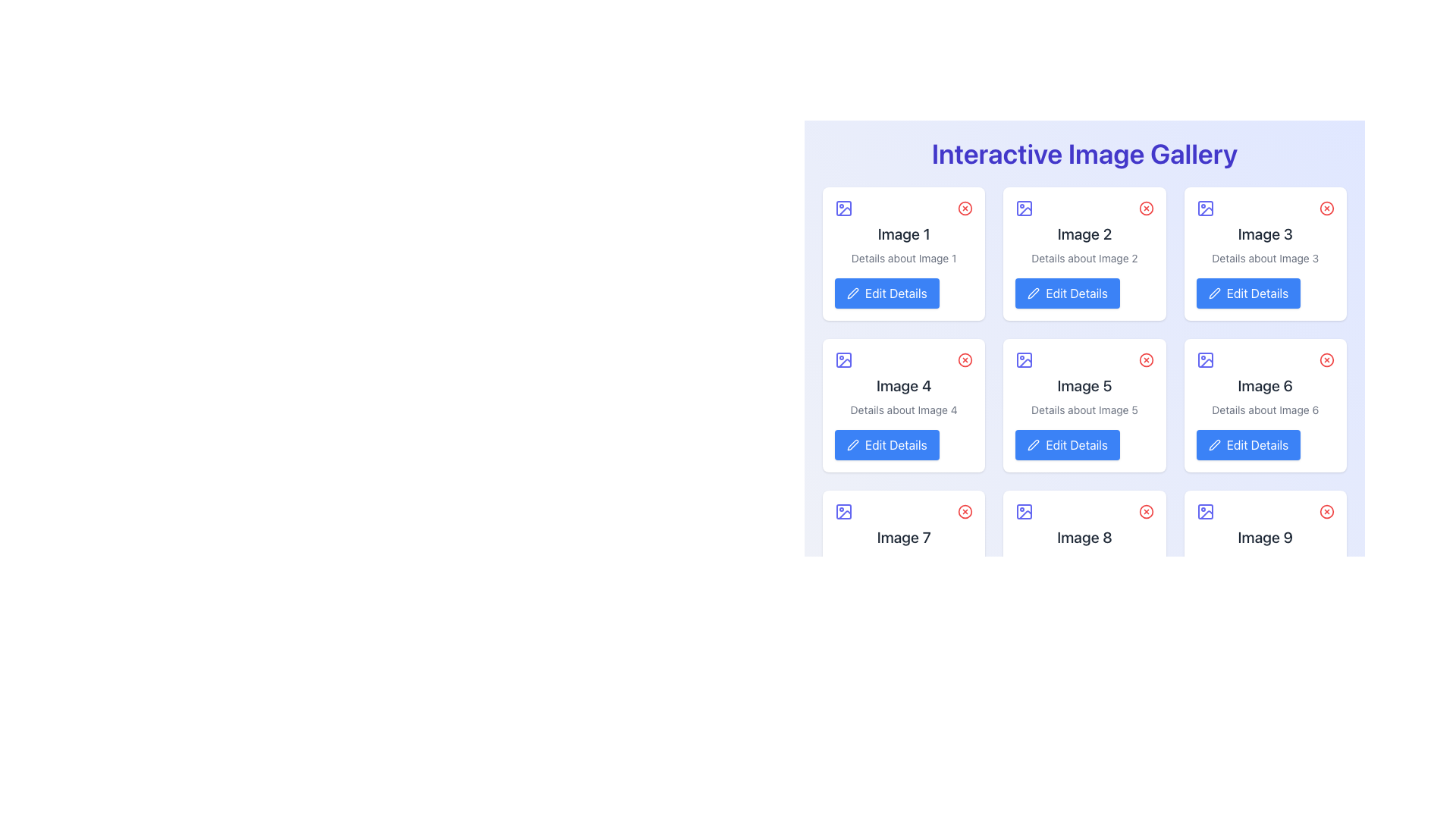  I want to click on the delete button located in the top-right corner of the 'Image 5' card, so click(1146, 359).